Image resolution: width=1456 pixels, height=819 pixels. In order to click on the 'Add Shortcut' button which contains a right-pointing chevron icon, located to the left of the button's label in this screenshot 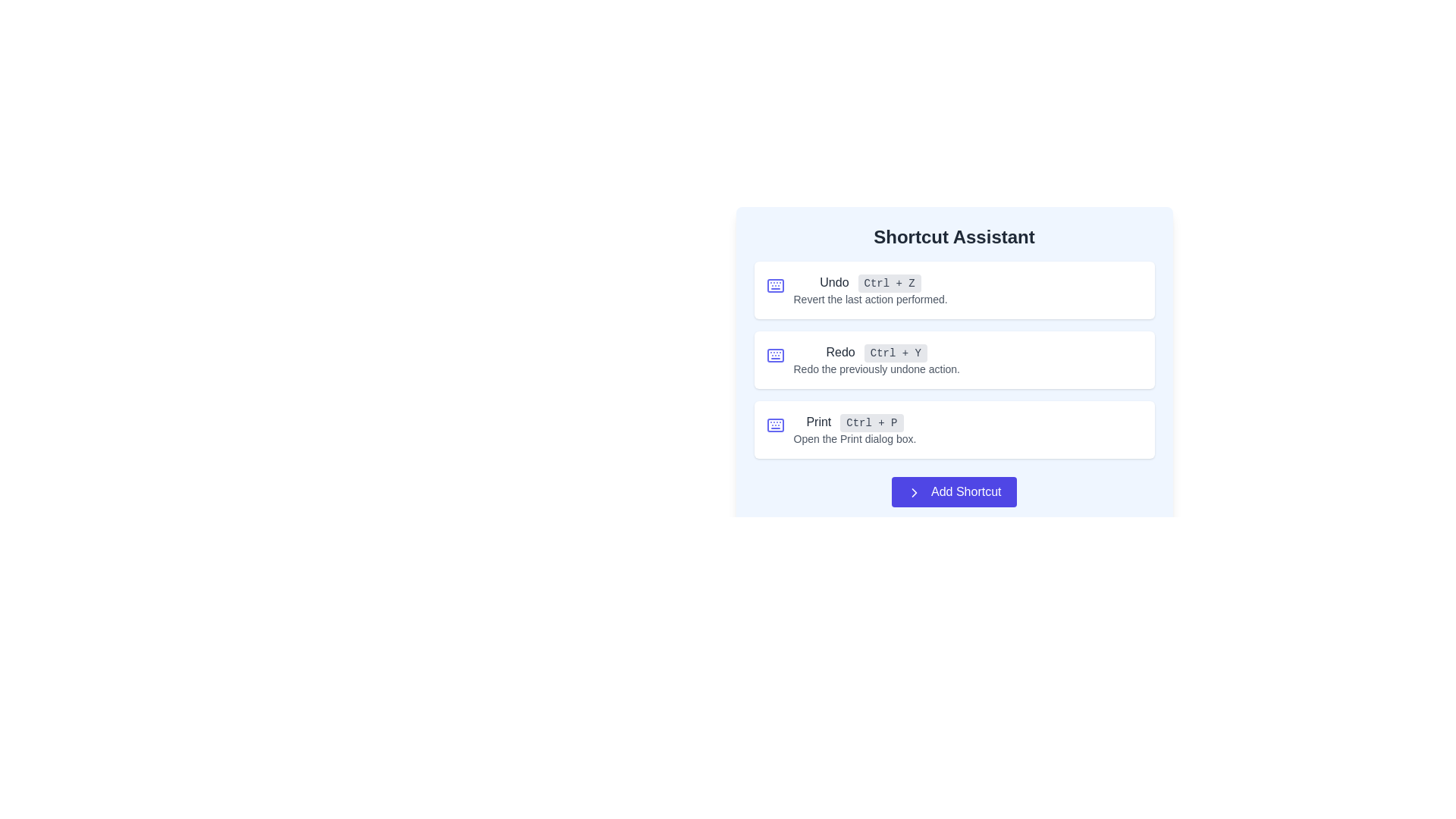, I will do `click(914, 492)`.